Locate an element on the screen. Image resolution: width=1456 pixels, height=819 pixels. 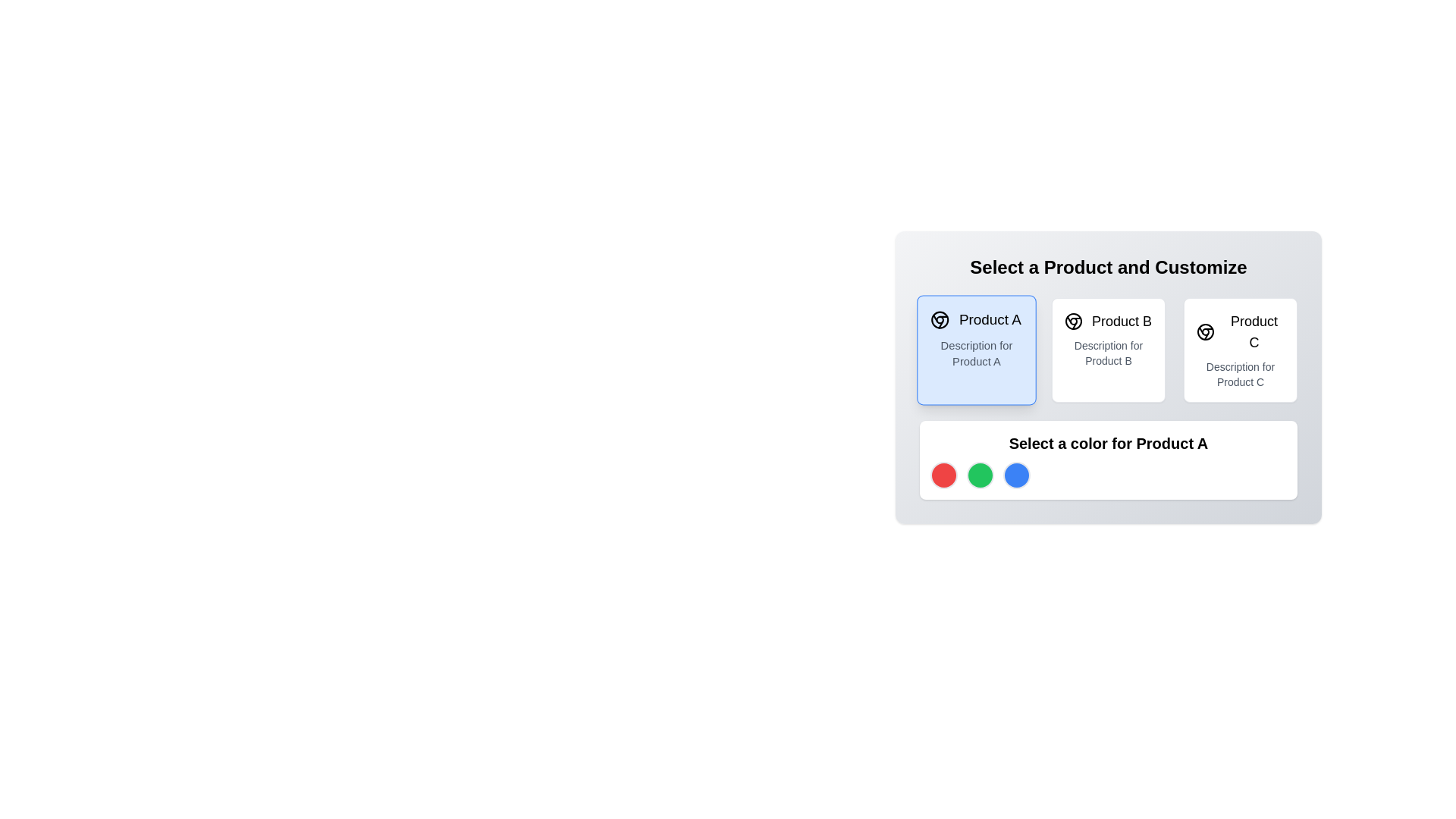
the circular icon styled in a black outline resembling a Chrome-like logo, located at the top-left corner of the 'Product B' card, adjacent to the text 'Product B' is located at coordinates (1073, 321).